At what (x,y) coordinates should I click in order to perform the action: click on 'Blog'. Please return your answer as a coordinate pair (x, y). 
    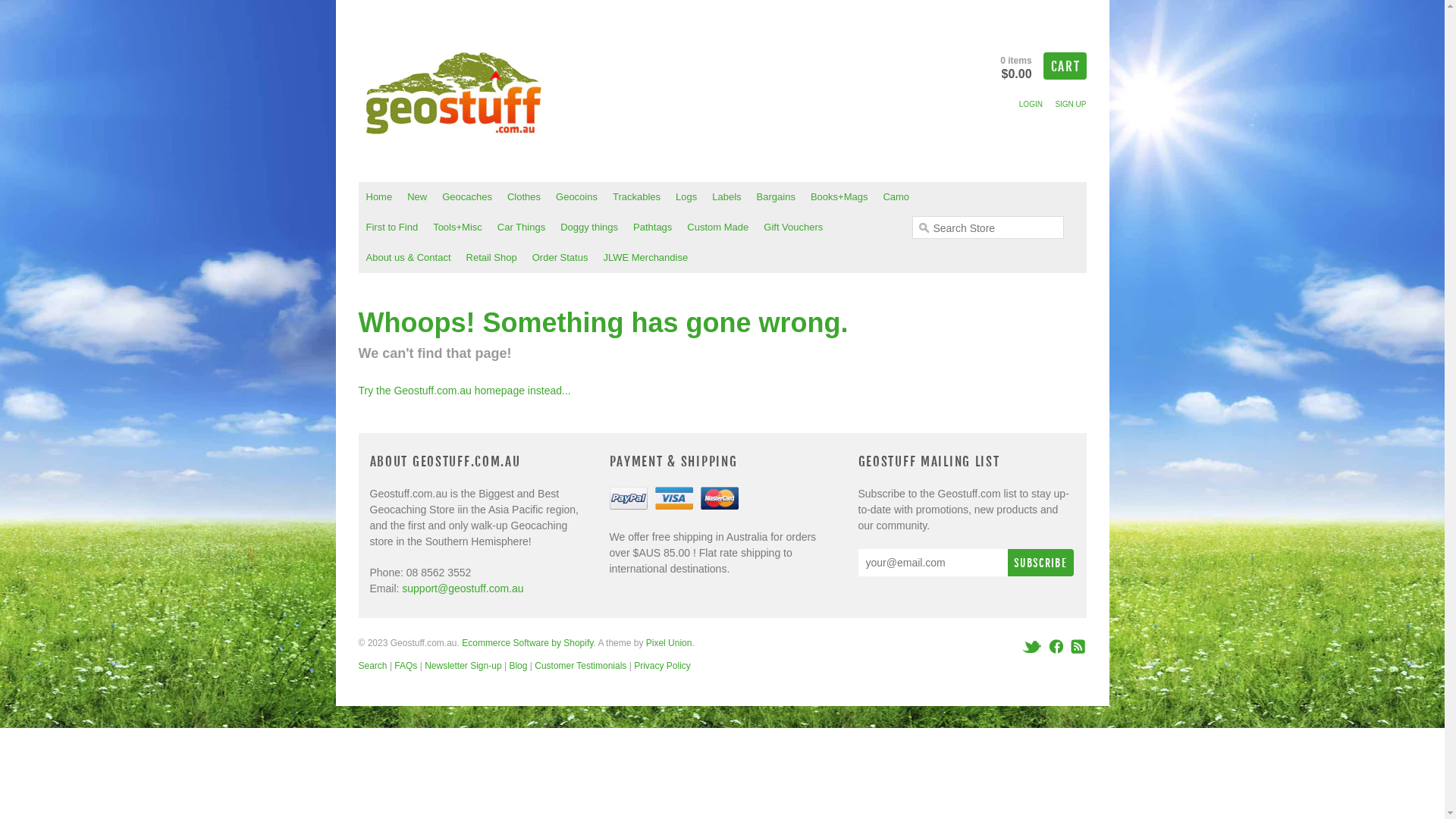
    Looking at the image, I should click on (517, 665).